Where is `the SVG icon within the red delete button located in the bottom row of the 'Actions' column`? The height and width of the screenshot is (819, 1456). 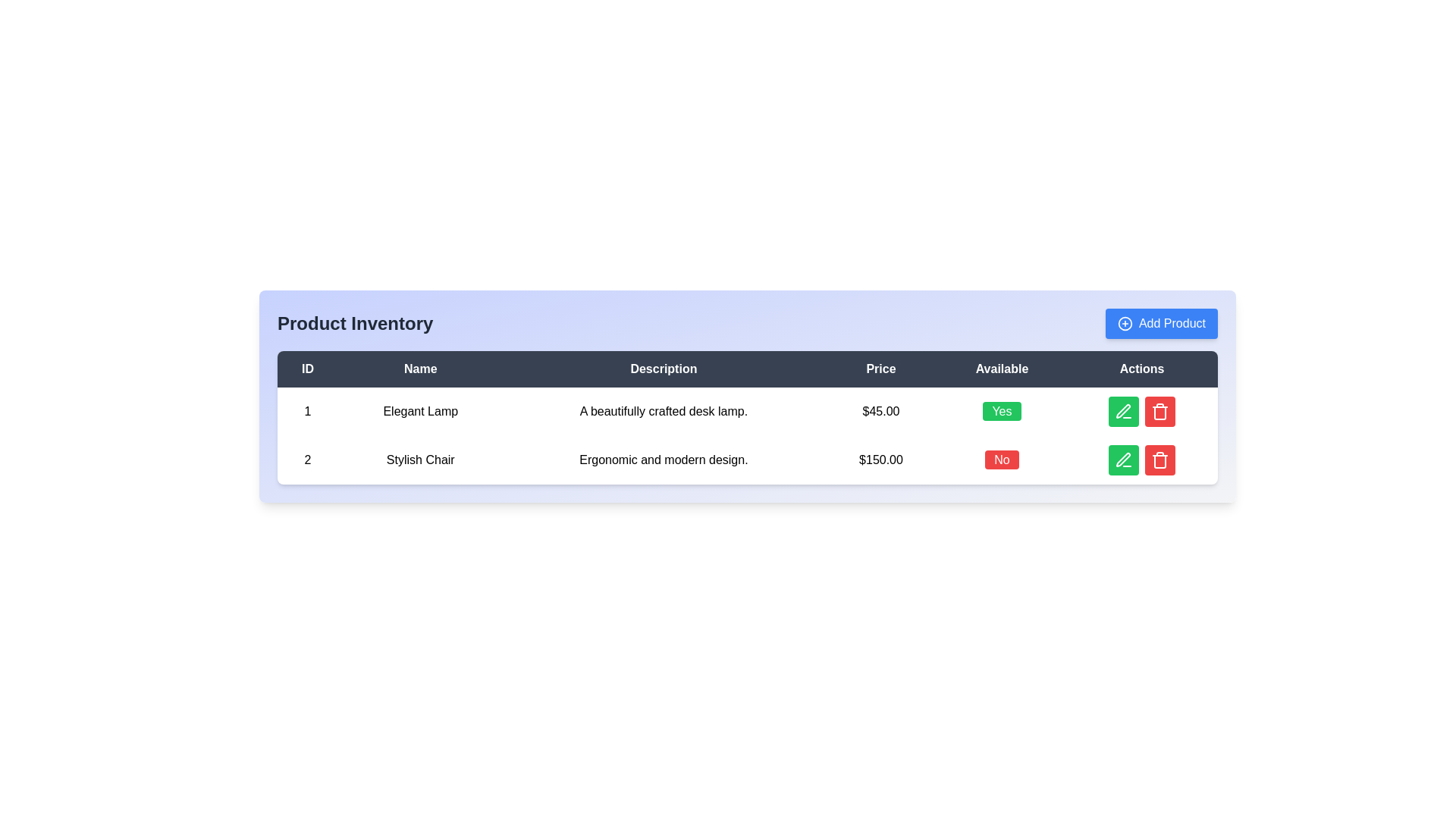
the SVG icon within the red delete button located in the bottom row of the 'Actions' column is located at coordinates (1159, 412).